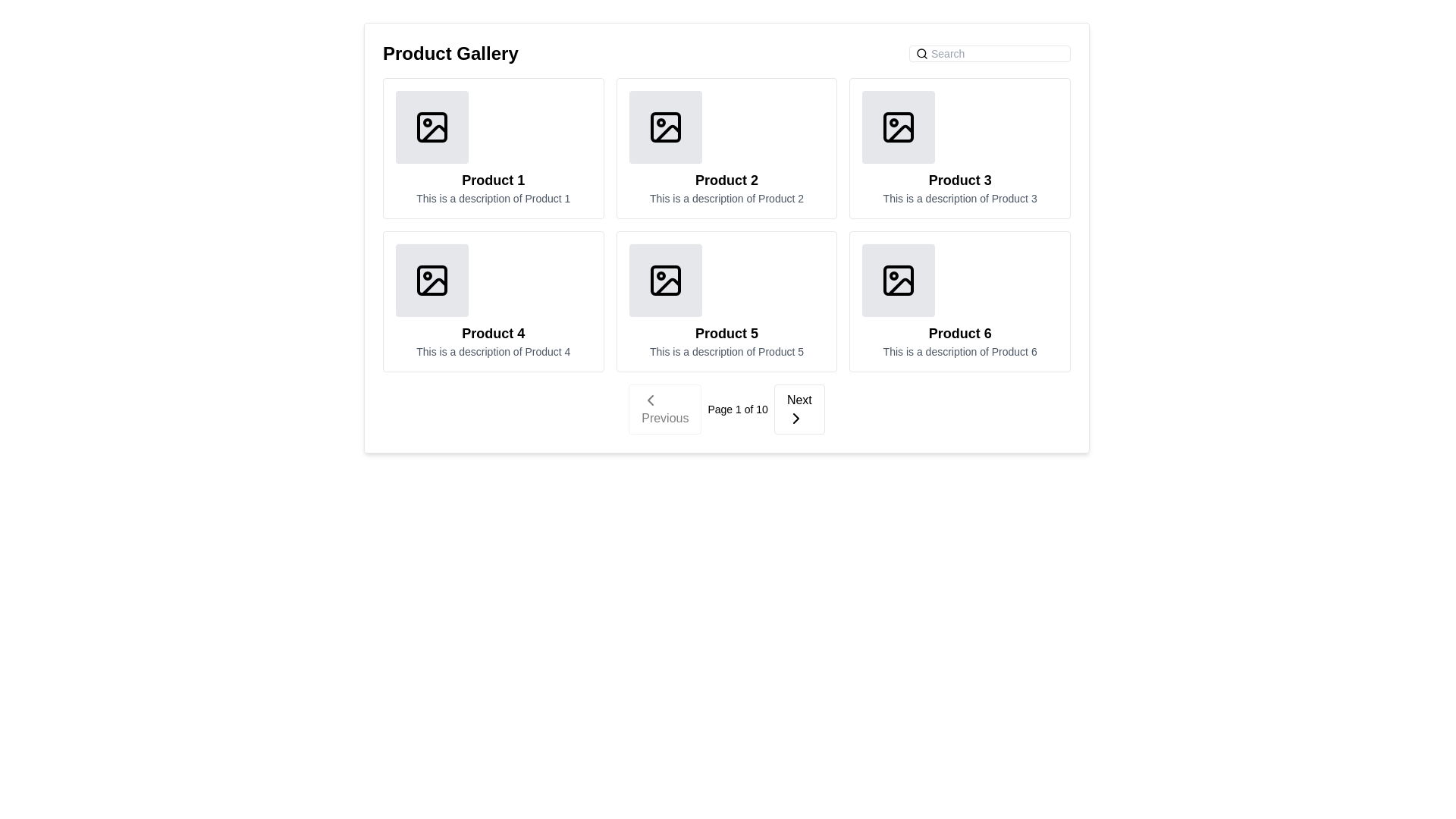  What do you see at coordinates (899, 281) in the screenshot?
I see `the landscape icon with a black outline inside a light-gray square background, located in the second row, last item of the grid layout in the 'Product 6' section` at bounding box center [899, 281].